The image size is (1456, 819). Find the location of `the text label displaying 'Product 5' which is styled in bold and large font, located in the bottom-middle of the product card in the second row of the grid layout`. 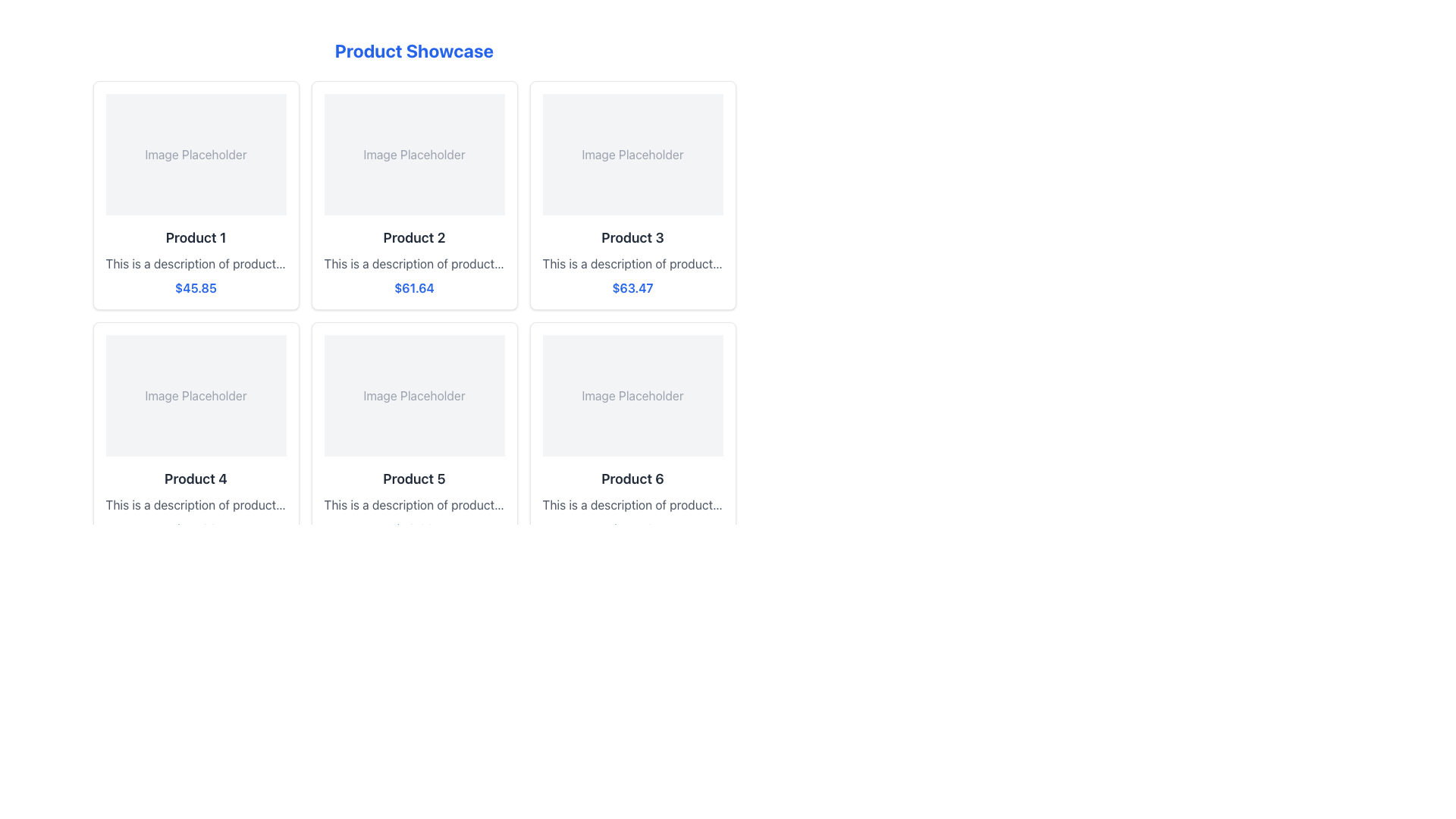

the text label displaying 'Product 5' which is styled in bold and large font, located in the bottom-middle of the product card in the second row of the grid layout is located at coordinates (414, 479).